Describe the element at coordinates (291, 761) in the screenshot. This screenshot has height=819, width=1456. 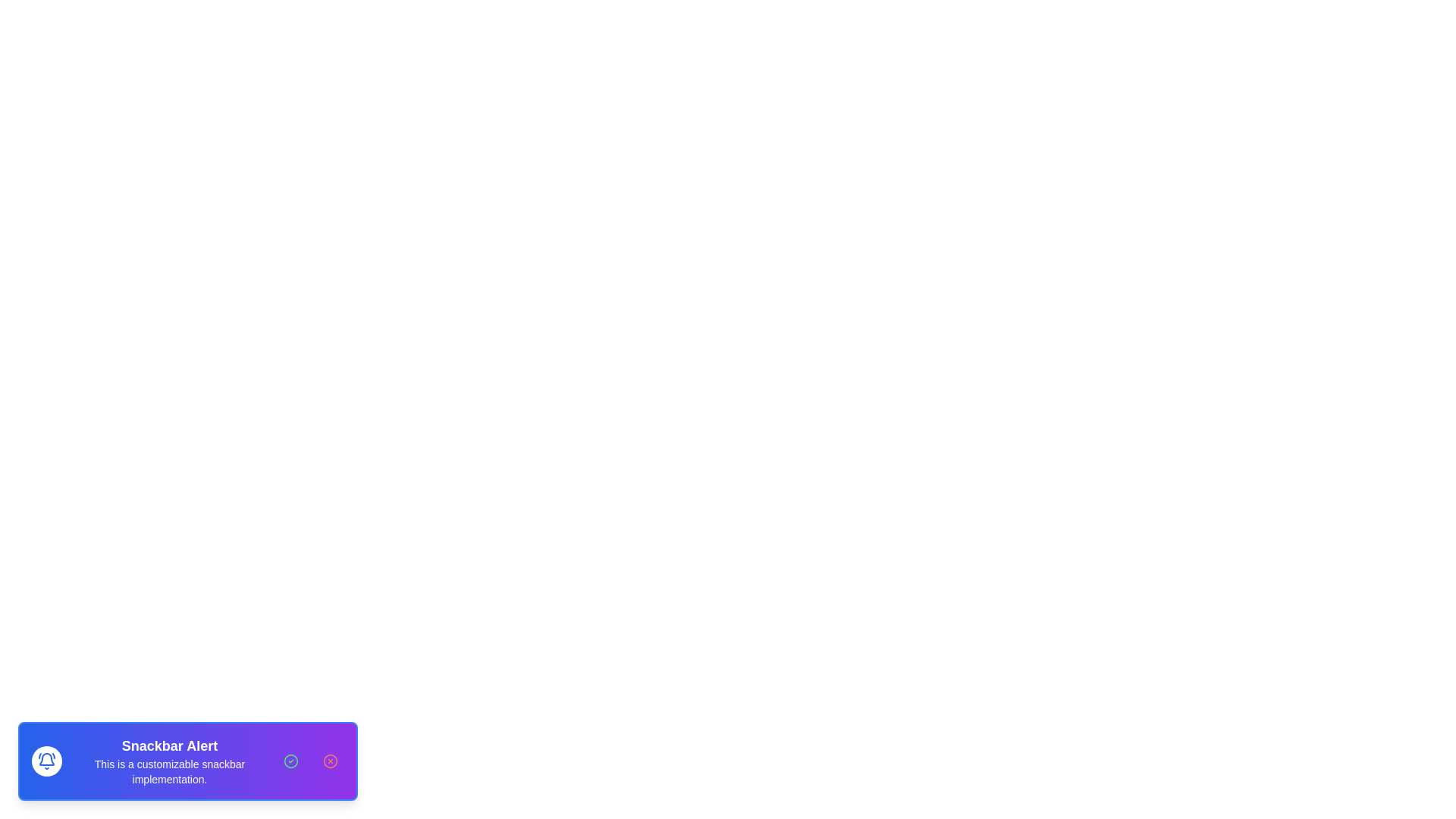
I see `the acknowledge button to trigger the acknowledgment action` at that location.